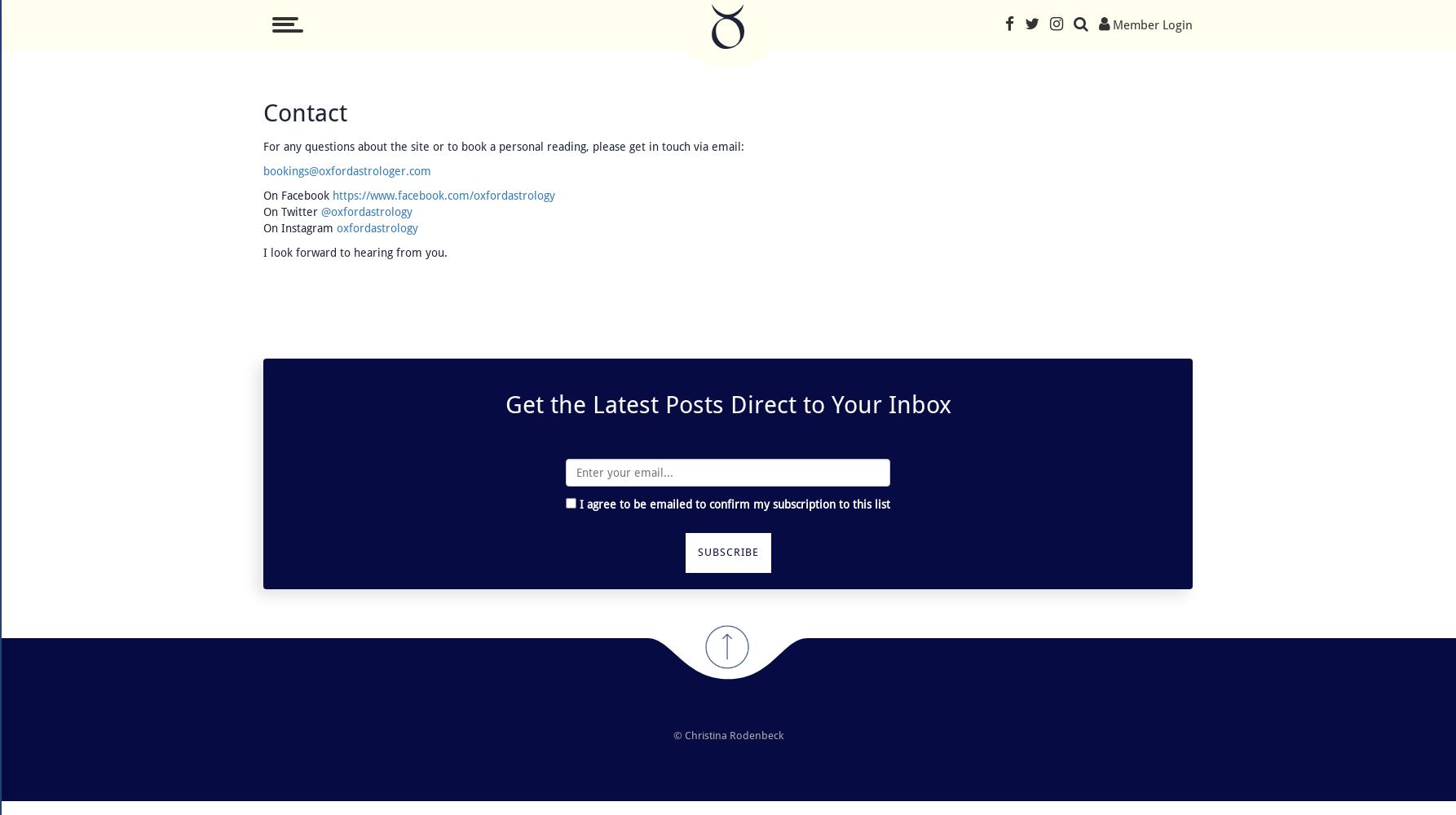 The width and height of the screenshot is (1456, 815). I want to click on '@oxfordastrology', so click(366, 212).